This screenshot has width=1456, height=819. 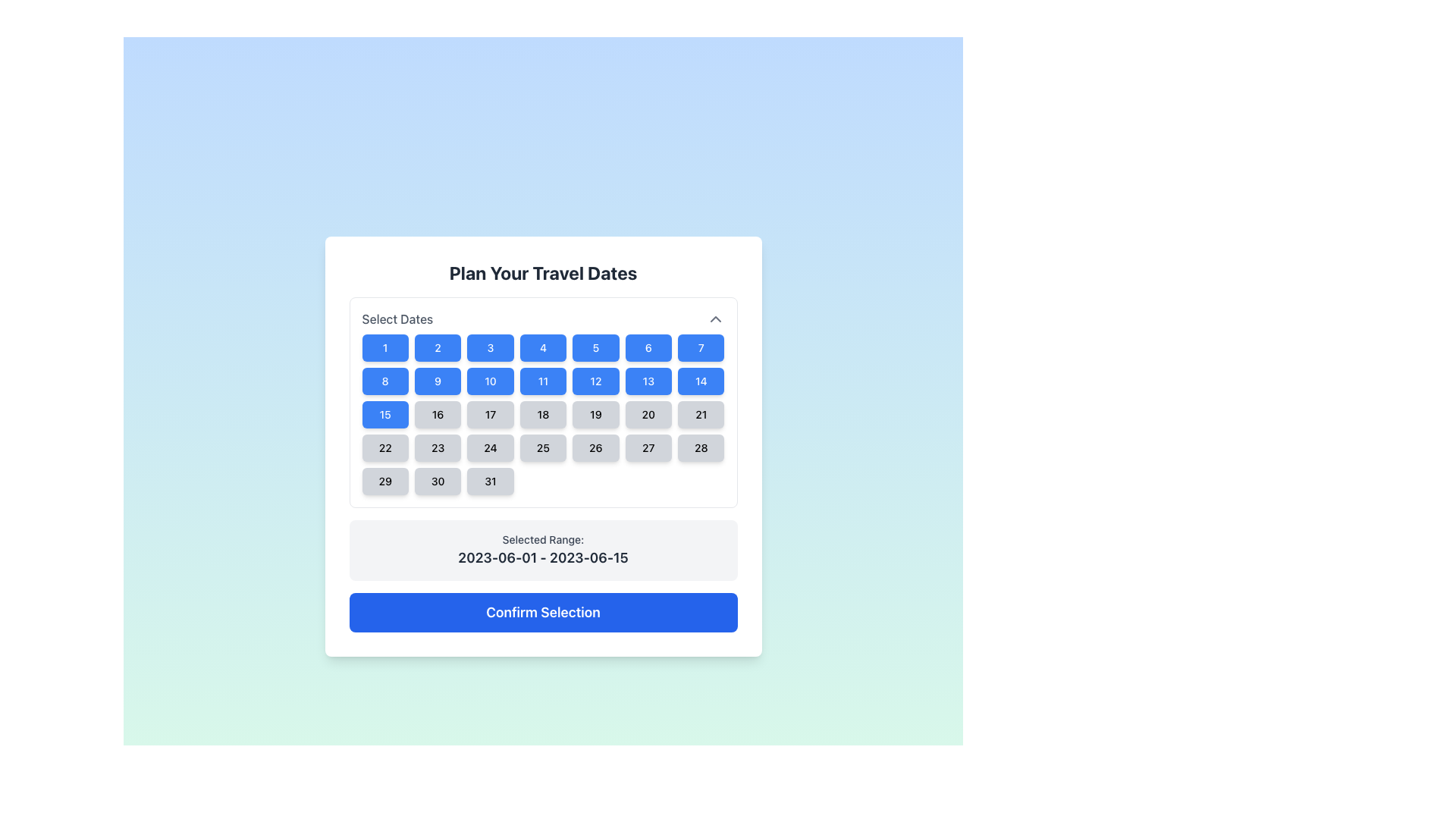 I want to click on the button representing the 25th day of the month in the calendar interface, so click(x=543, y=447).